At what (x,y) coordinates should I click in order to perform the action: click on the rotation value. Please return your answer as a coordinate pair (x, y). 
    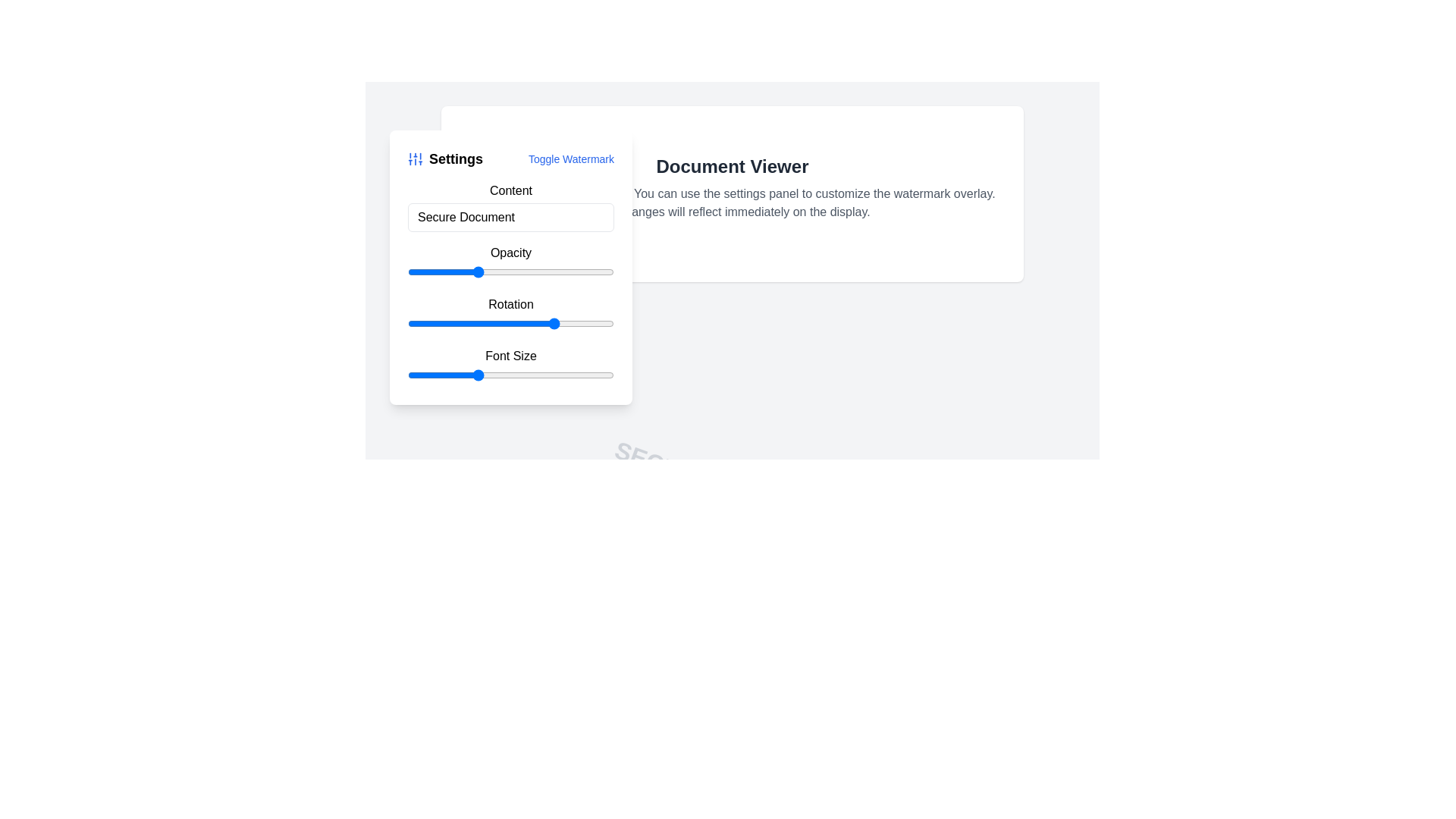
    Looking at the image, I should click on (609, 323).